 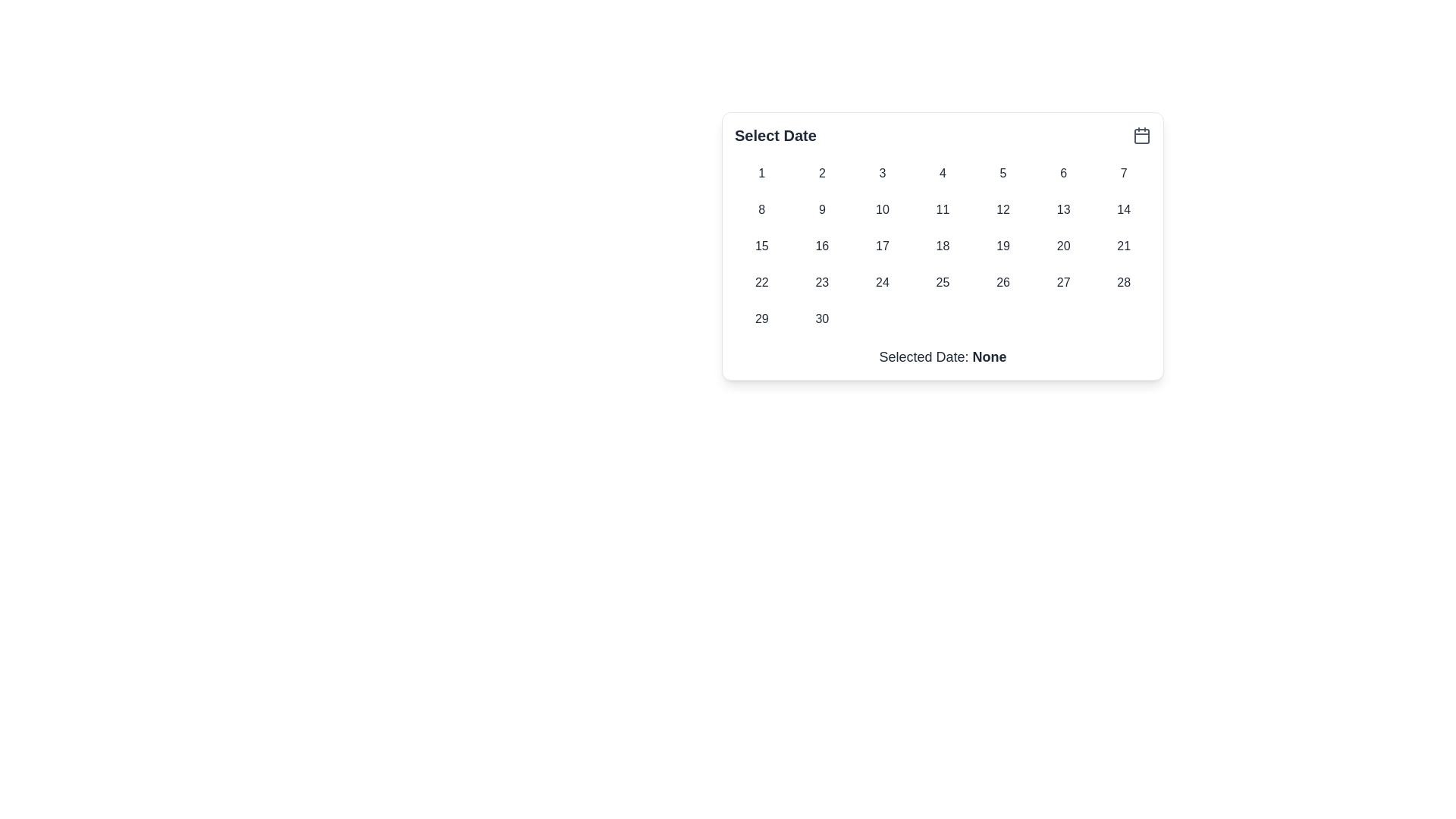 What do you see at coordinates (1124, 172) in the screenshot?
I see `the selectable date representation button for the 7th day of the month in the calendar interface, located in the first row of the grid layout` at bounding box center [1124, 172].